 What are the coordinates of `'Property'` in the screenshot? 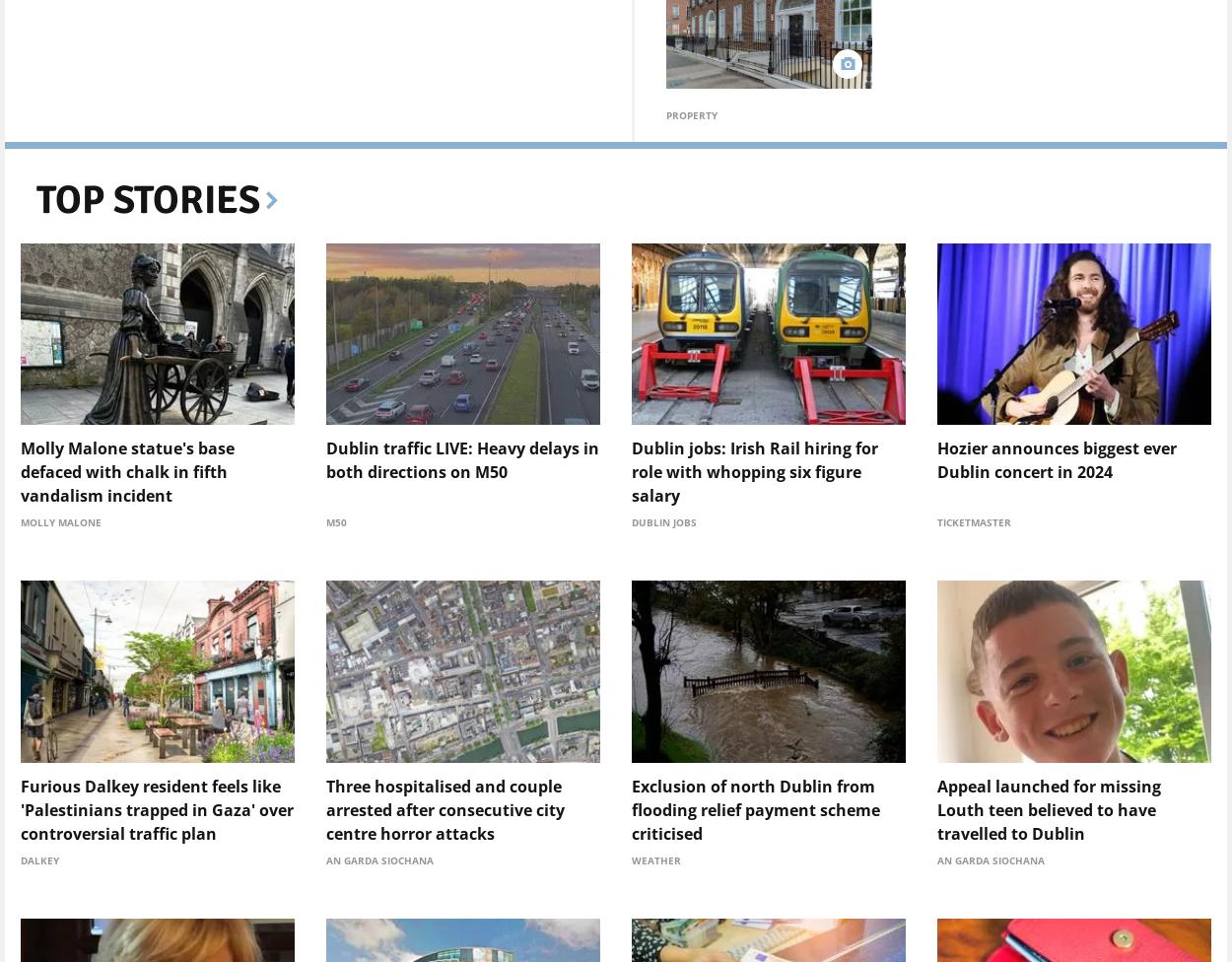 It's located at (691, 115).